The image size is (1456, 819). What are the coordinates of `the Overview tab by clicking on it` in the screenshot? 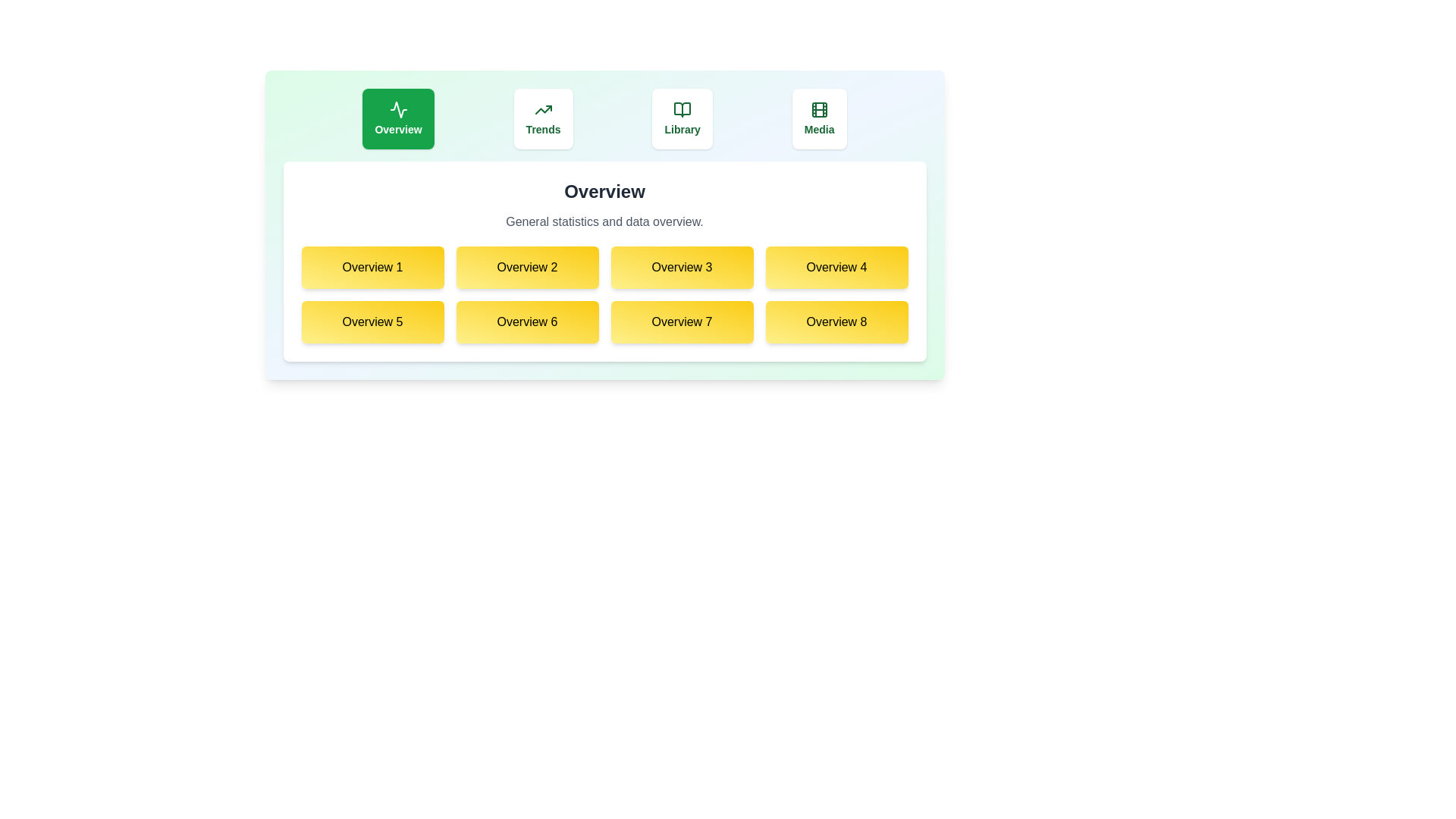 It's located at (398, 118).